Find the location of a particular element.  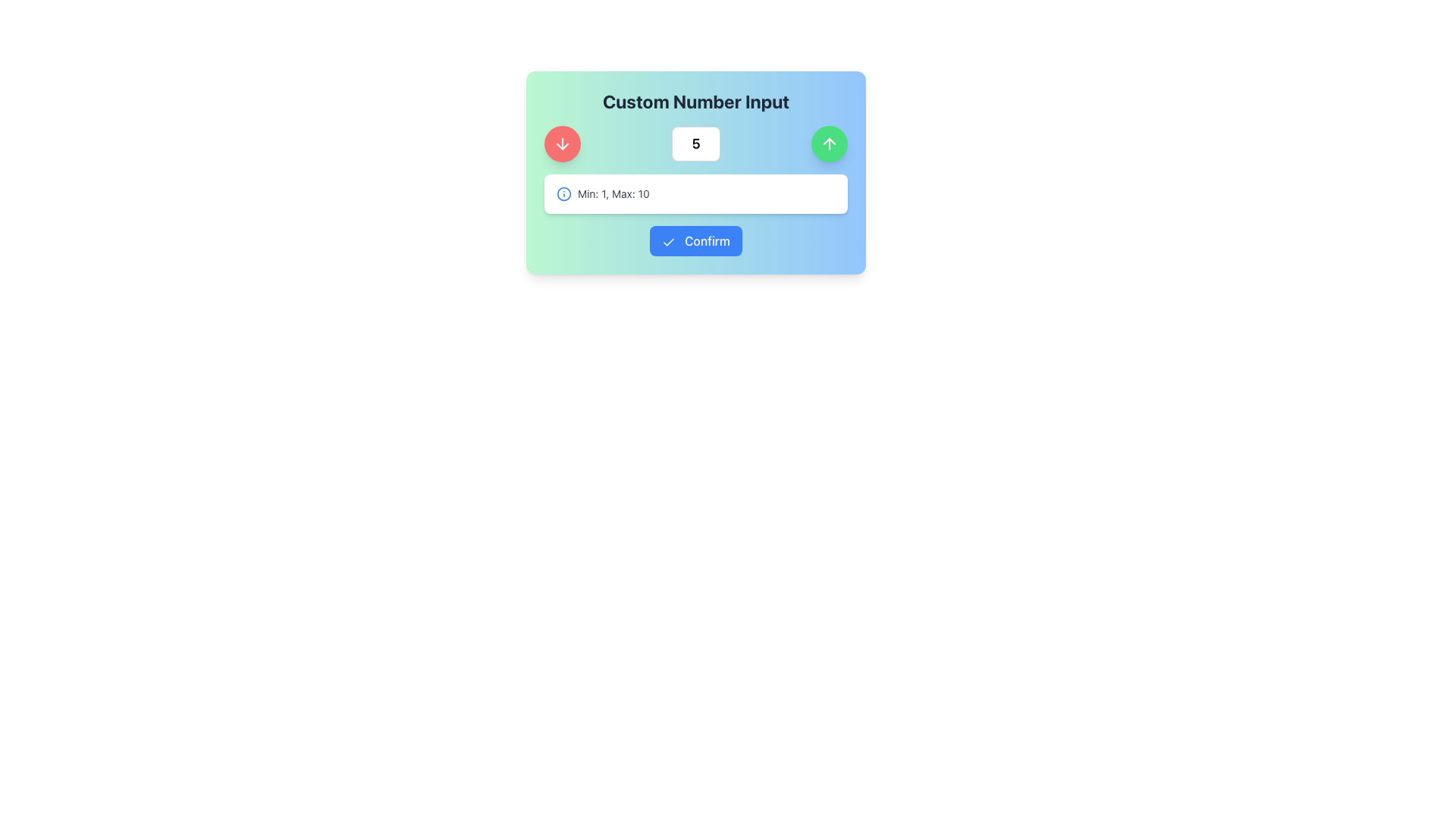

the confirmation button located at the bottom center of the colorful card element to trigger the submission of the user's selection is located at coordinates (695, 240).